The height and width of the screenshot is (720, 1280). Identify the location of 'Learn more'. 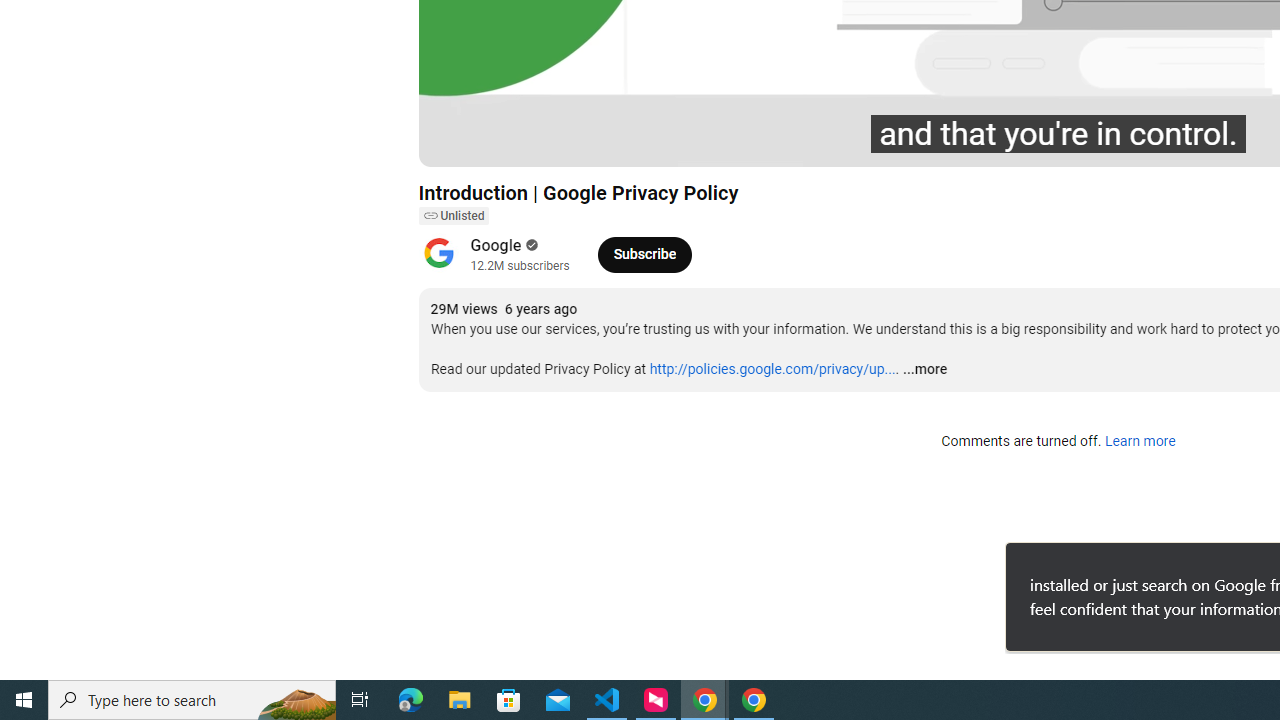
(1139, 441).